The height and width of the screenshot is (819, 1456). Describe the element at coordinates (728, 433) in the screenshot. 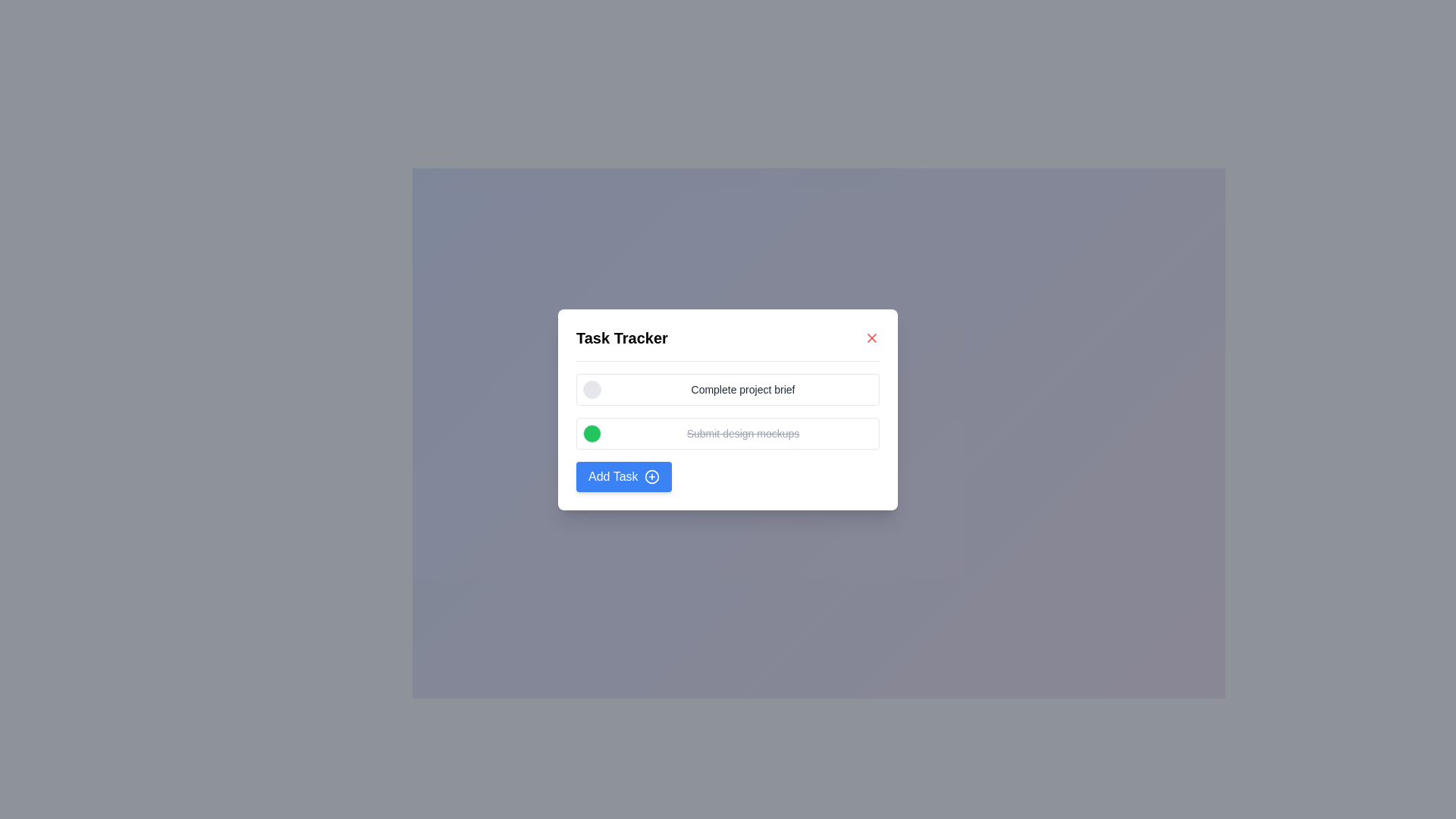

I see `the task list item labeled 'Submit design mockups' with a green circle icon, indicating its completed state, to show options` at that location.